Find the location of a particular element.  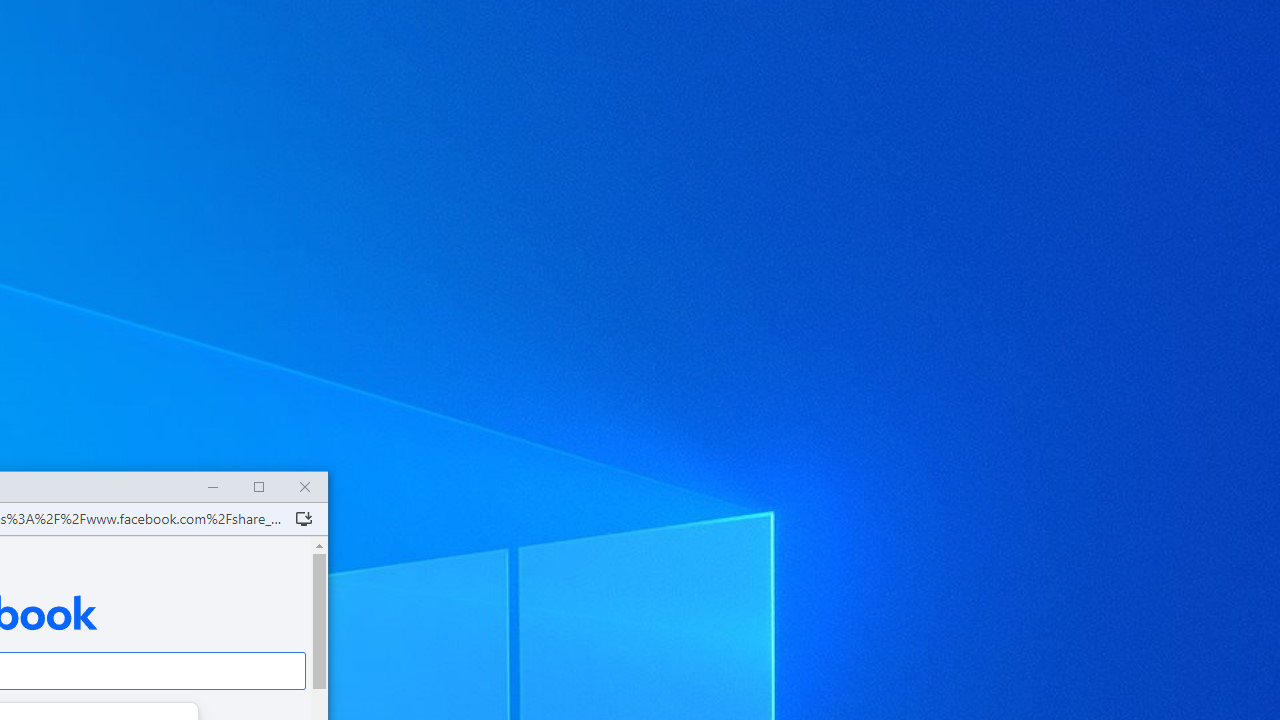

'Maximize' is located at coordinates (257, 487).